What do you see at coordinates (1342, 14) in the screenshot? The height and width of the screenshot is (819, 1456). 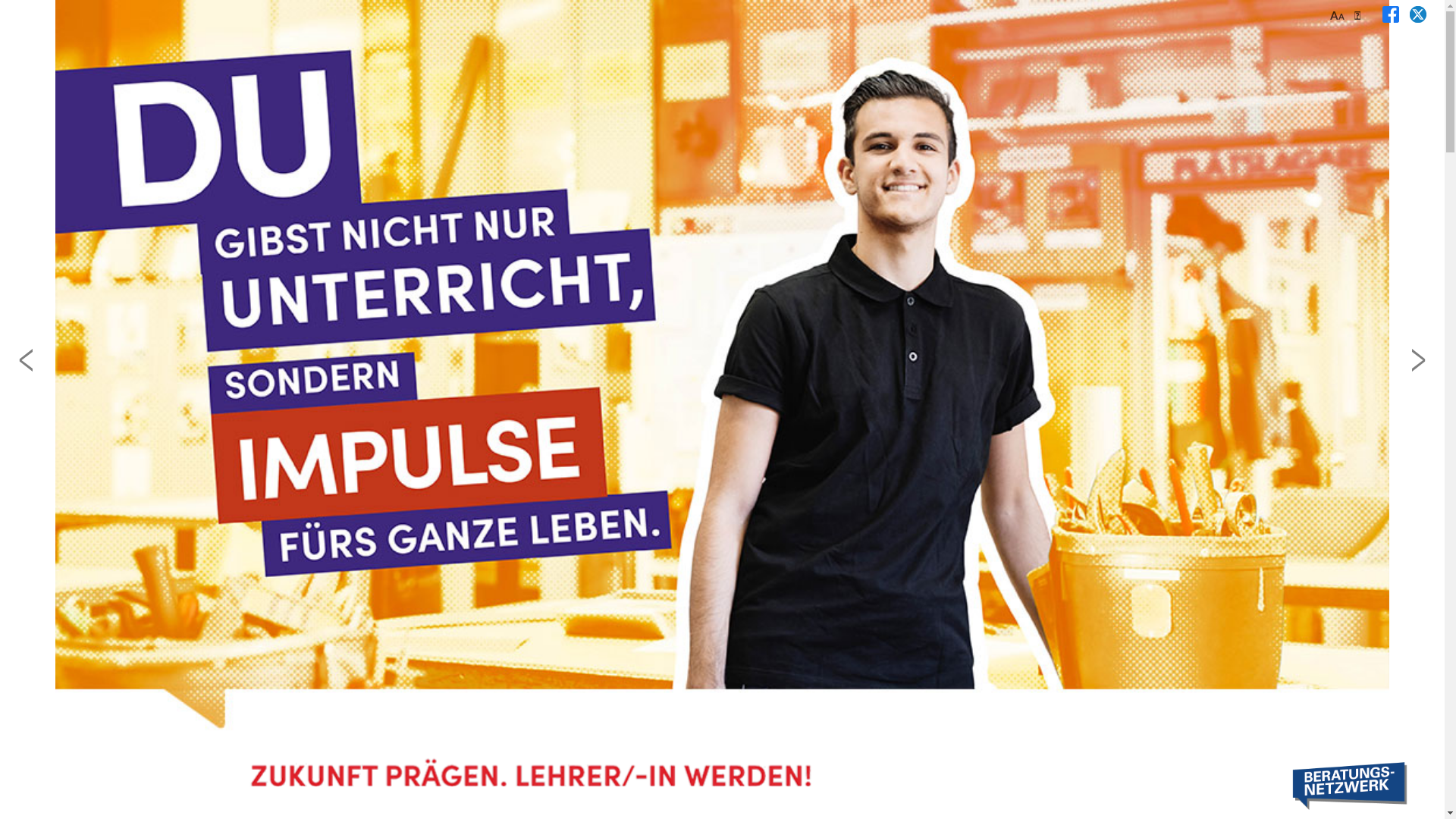 I see `'Aa'` at bounding box center [1342, 14].